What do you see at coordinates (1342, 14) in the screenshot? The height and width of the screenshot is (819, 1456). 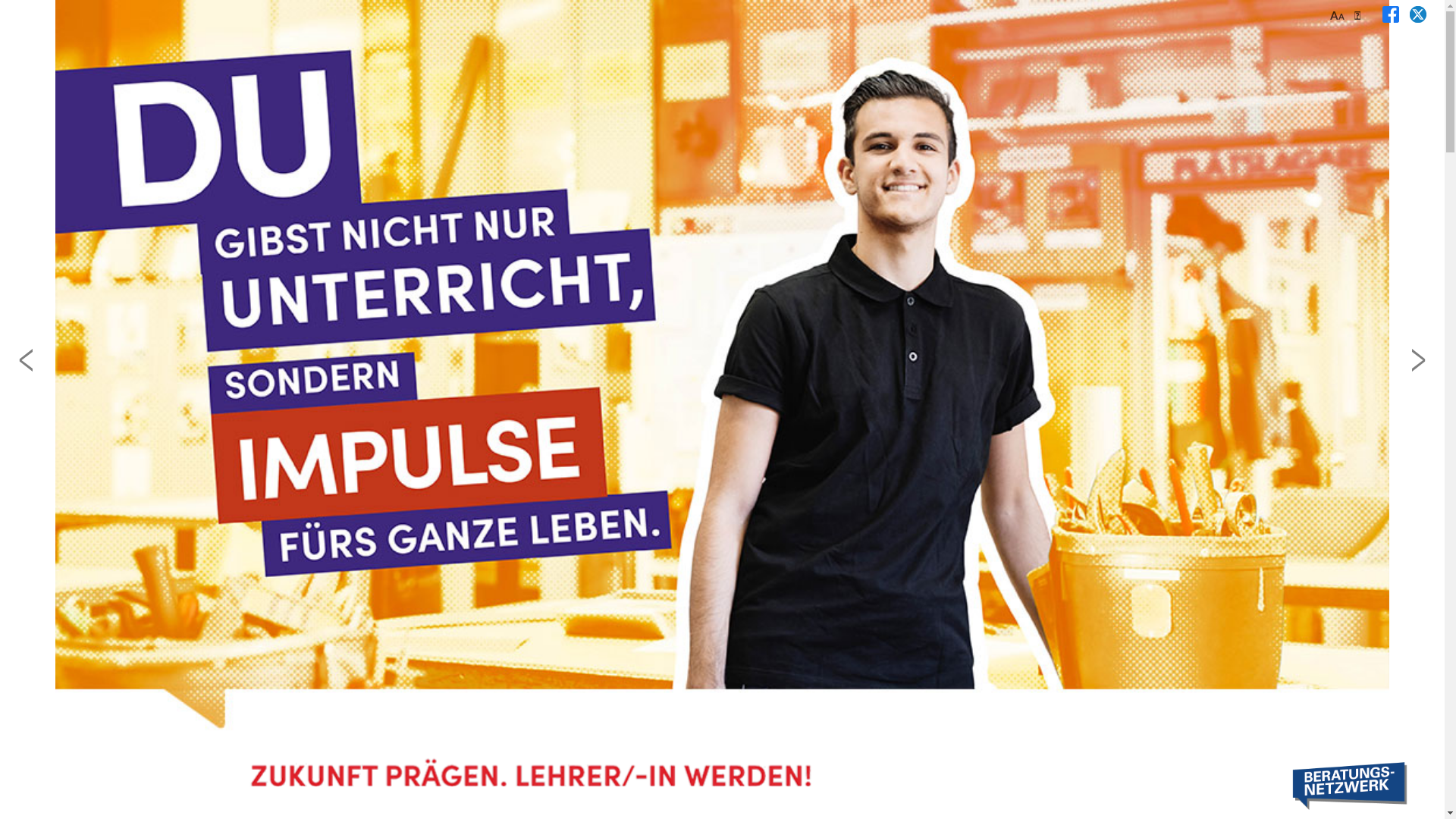 I see `'Aa'` at bounding box center [1342, 14].